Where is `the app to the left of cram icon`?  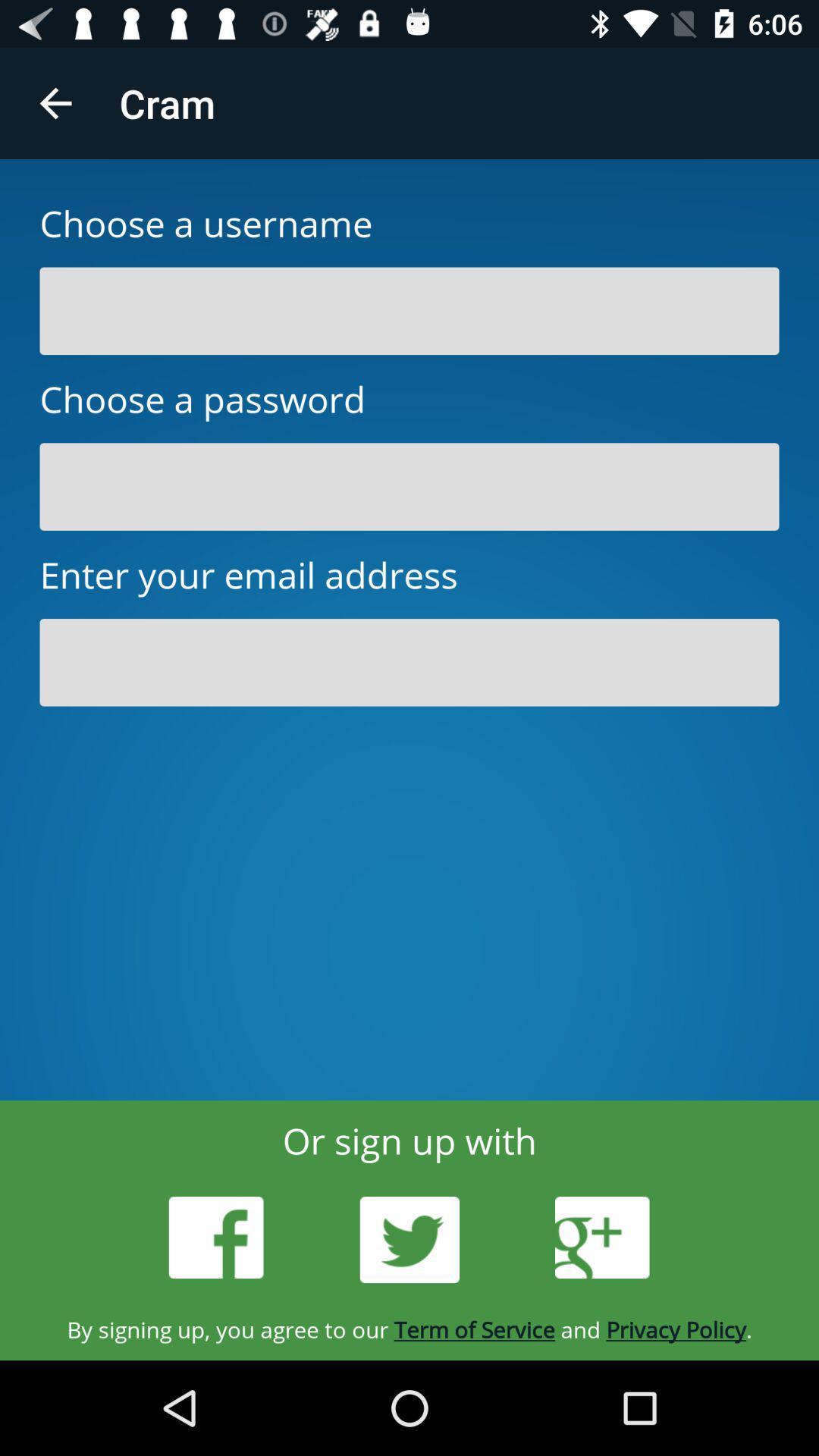 the app to the left of cram icon is located at coordinates (55, 102).